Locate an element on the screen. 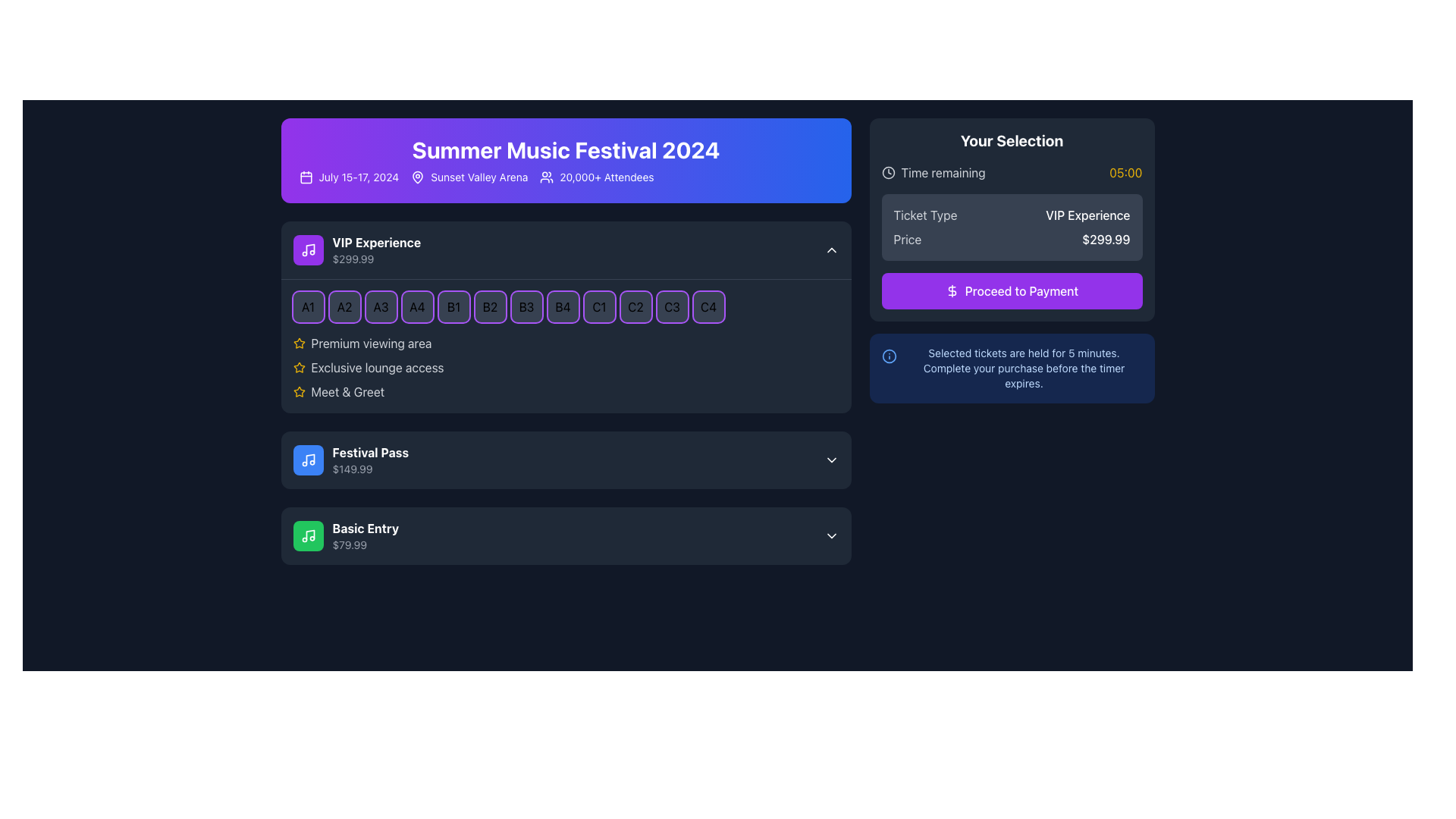 This screenshot has width=1456, height=819. Text Block with icons displaying key event details for the 'Summer Music Festival 2024', located just below the title text is located at coordinates (565, 177).